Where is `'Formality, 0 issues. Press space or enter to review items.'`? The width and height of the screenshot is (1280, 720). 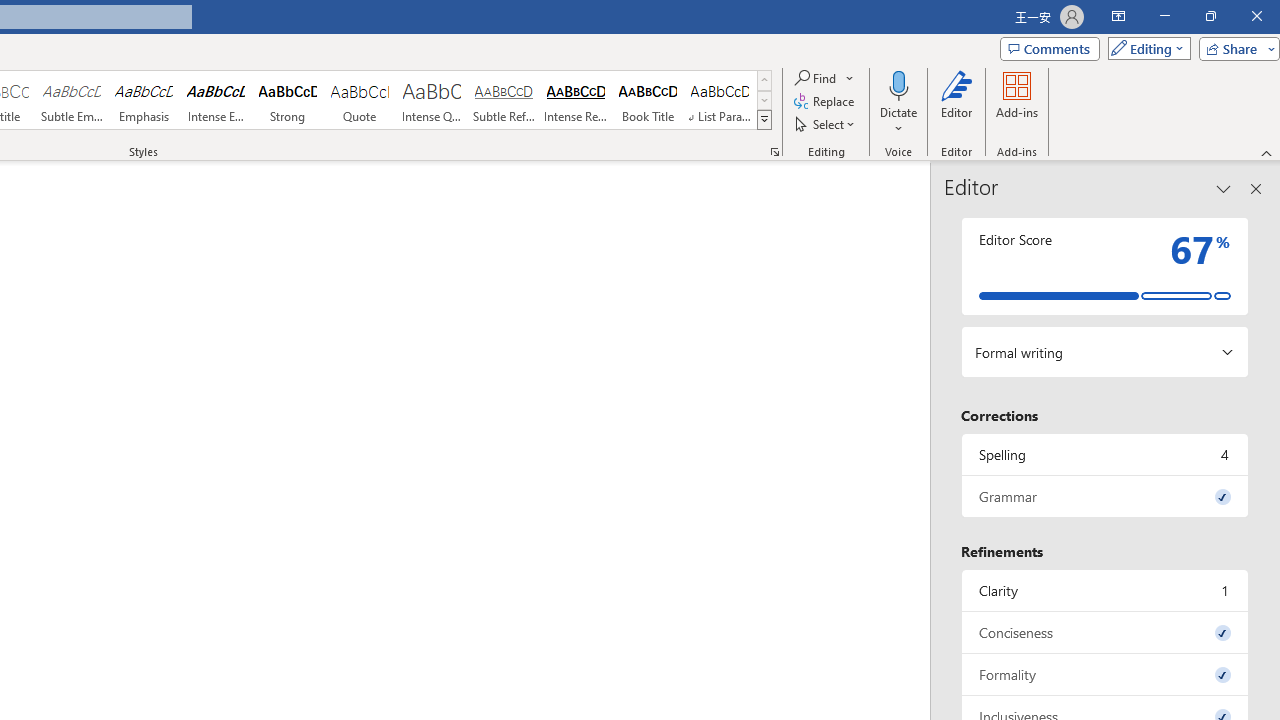
'Formality, 0 issues. Press space or enter to review items.' is located at coordinates (1104, 674).